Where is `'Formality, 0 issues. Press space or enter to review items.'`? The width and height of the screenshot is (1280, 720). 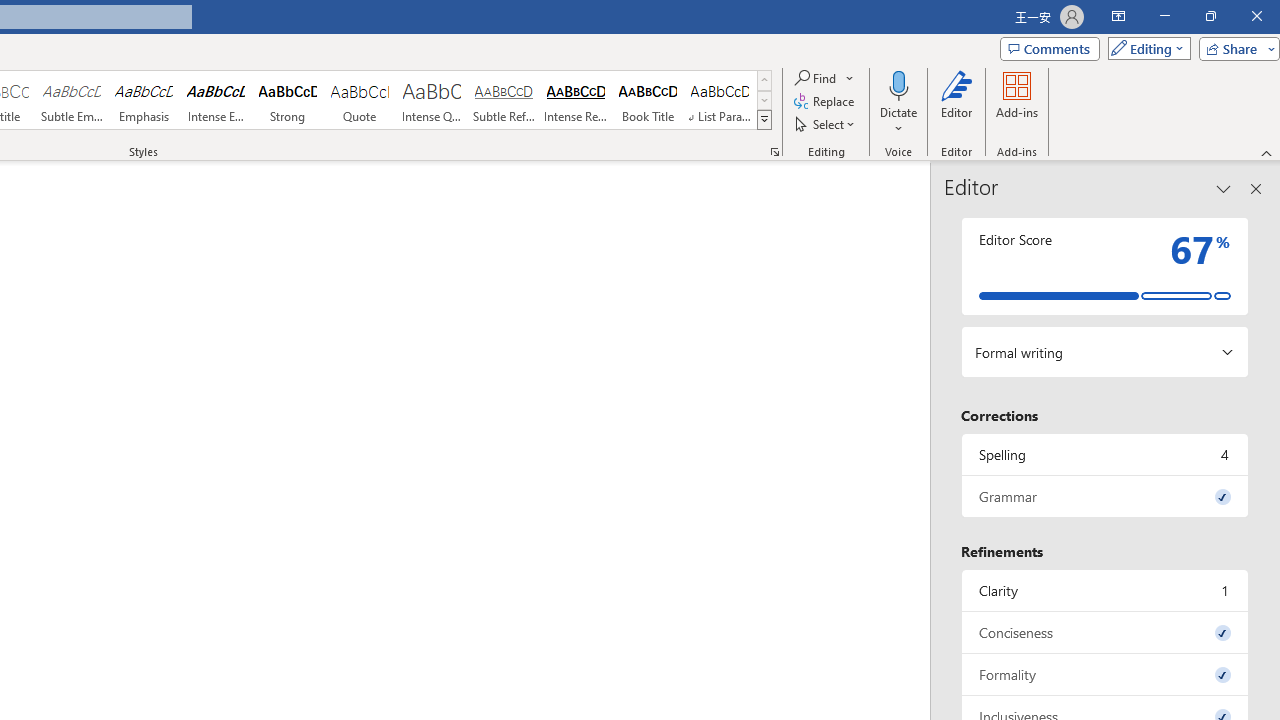
'Formality, 0 issues. Press space or enter to review items.' is located at coordinates (1104, 674).